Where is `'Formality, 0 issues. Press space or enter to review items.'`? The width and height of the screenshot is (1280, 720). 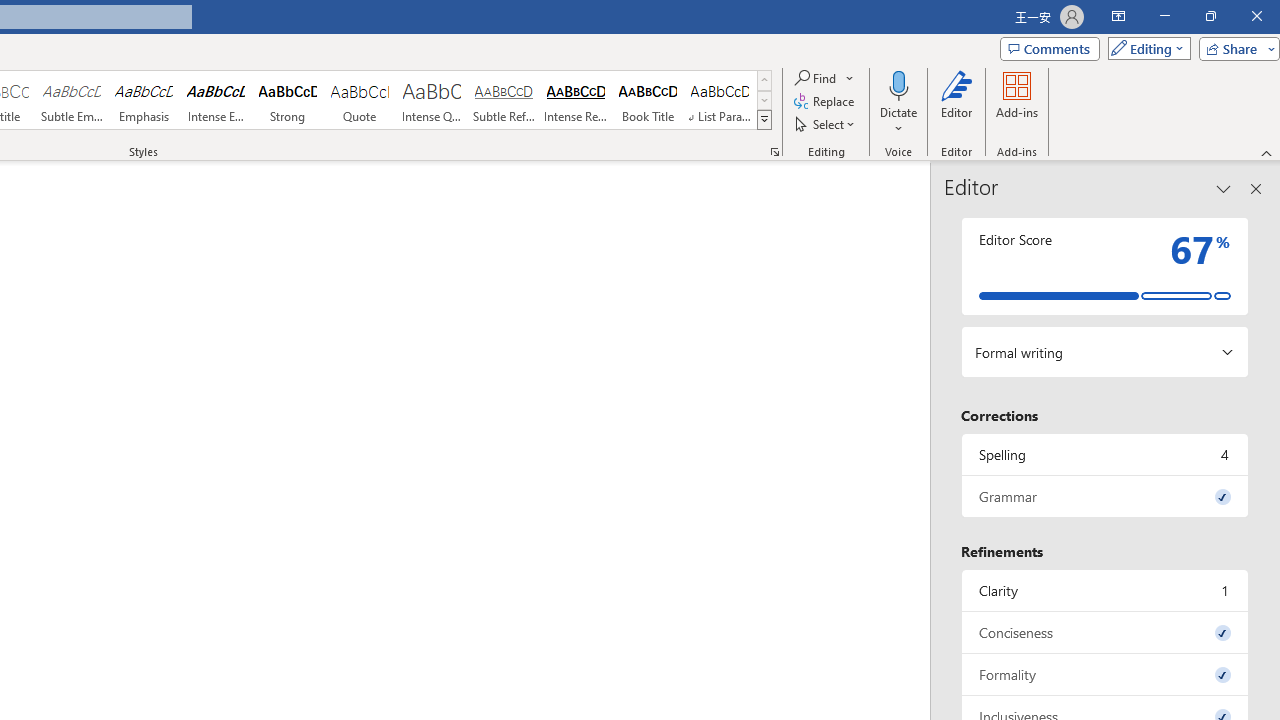
'Formality, 0 issues. Press space or enter to review items.' is located at coordinates (1104, 674).